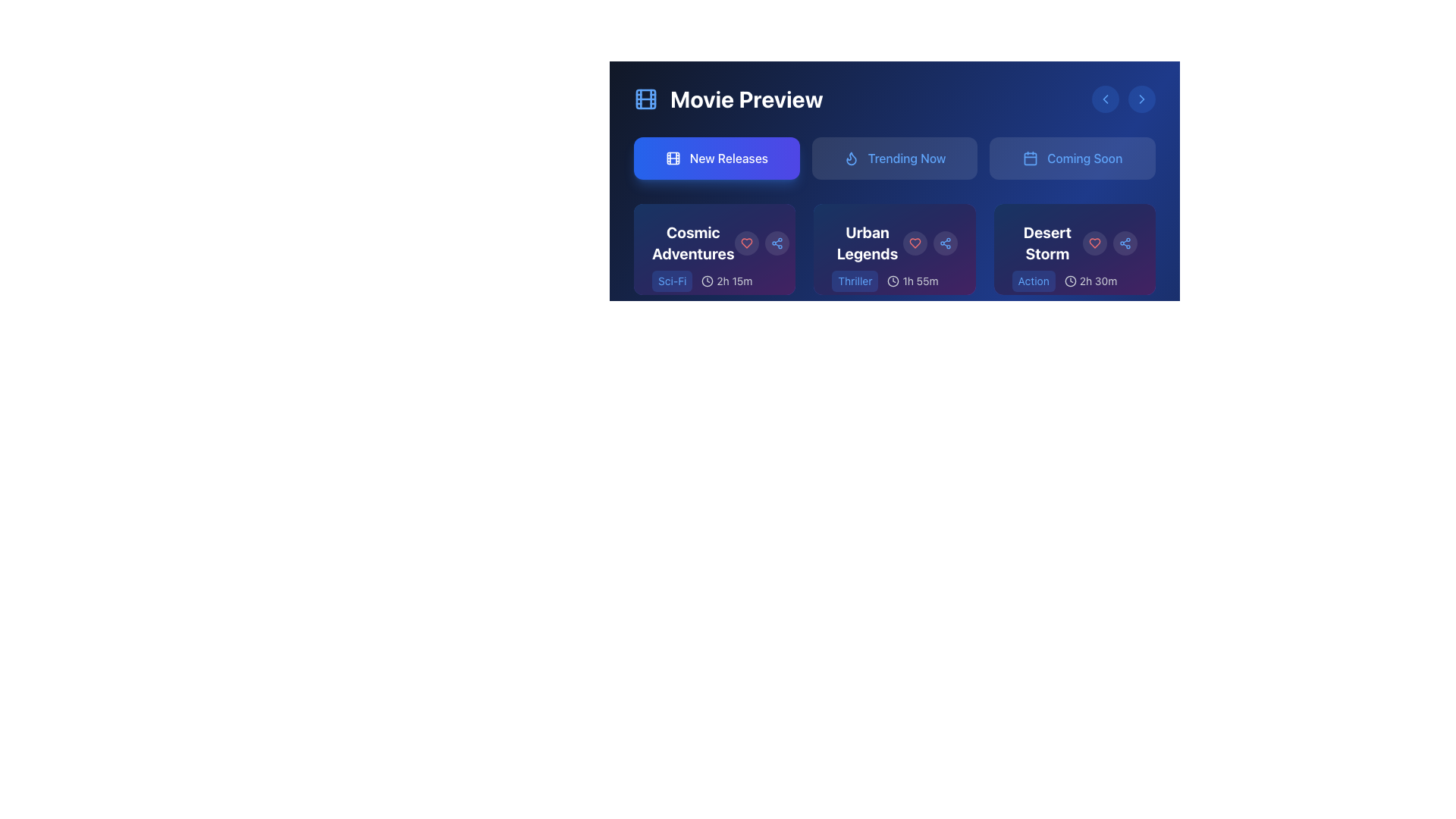 This screenshot has height=819, width=1456. I want to click on duration displayed in the text label showing '2h 15m', which is light gray and aligned with a clock icon at the bottom of the 'Cosmic Adventures' card, so click(734, 281).